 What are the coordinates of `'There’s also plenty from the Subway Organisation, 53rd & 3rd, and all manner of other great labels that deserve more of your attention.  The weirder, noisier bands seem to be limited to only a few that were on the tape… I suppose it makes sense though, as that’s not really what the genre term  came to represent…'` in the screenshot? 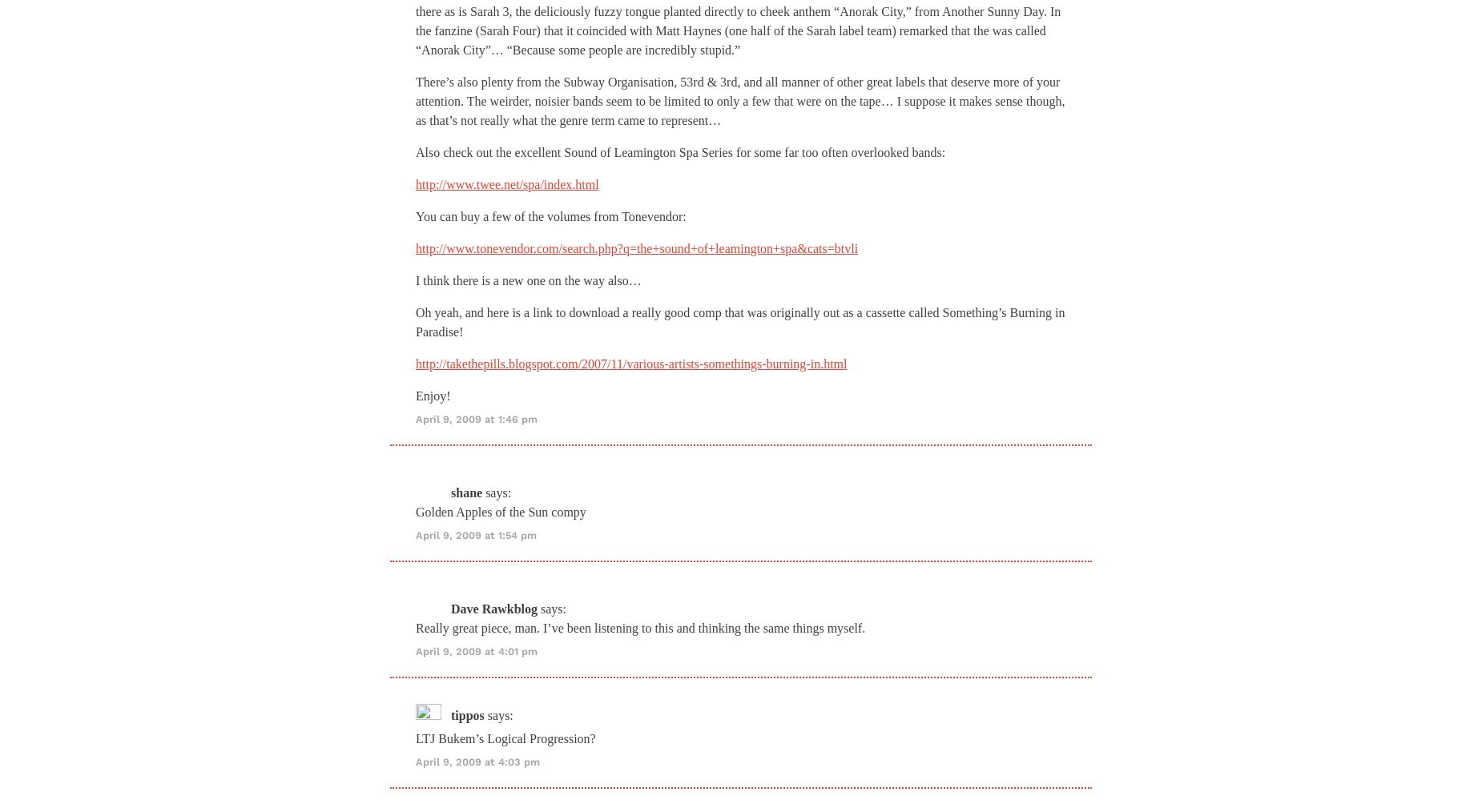 It's located at (740, 100).